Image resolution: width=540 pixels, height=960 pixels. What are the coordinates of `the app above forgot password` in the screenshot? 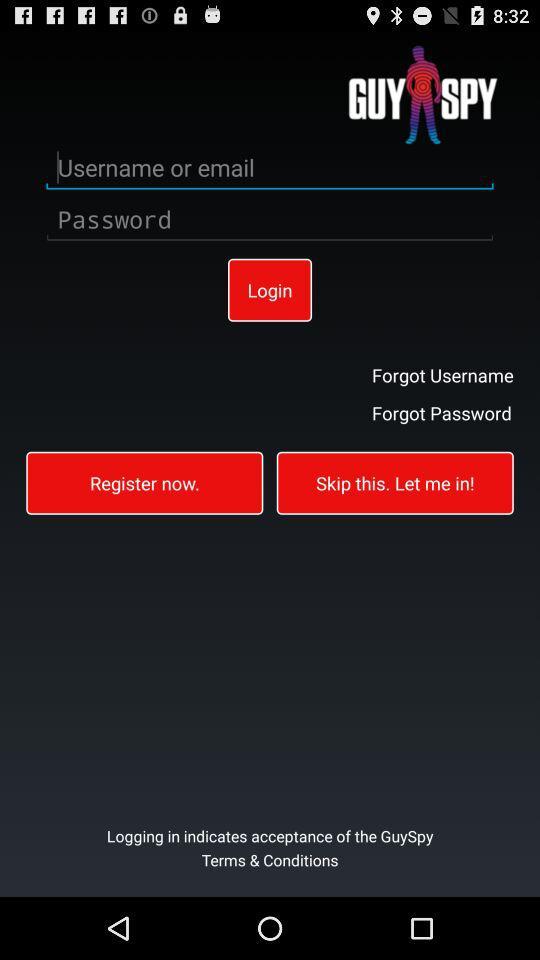 It's located at (442, 373).